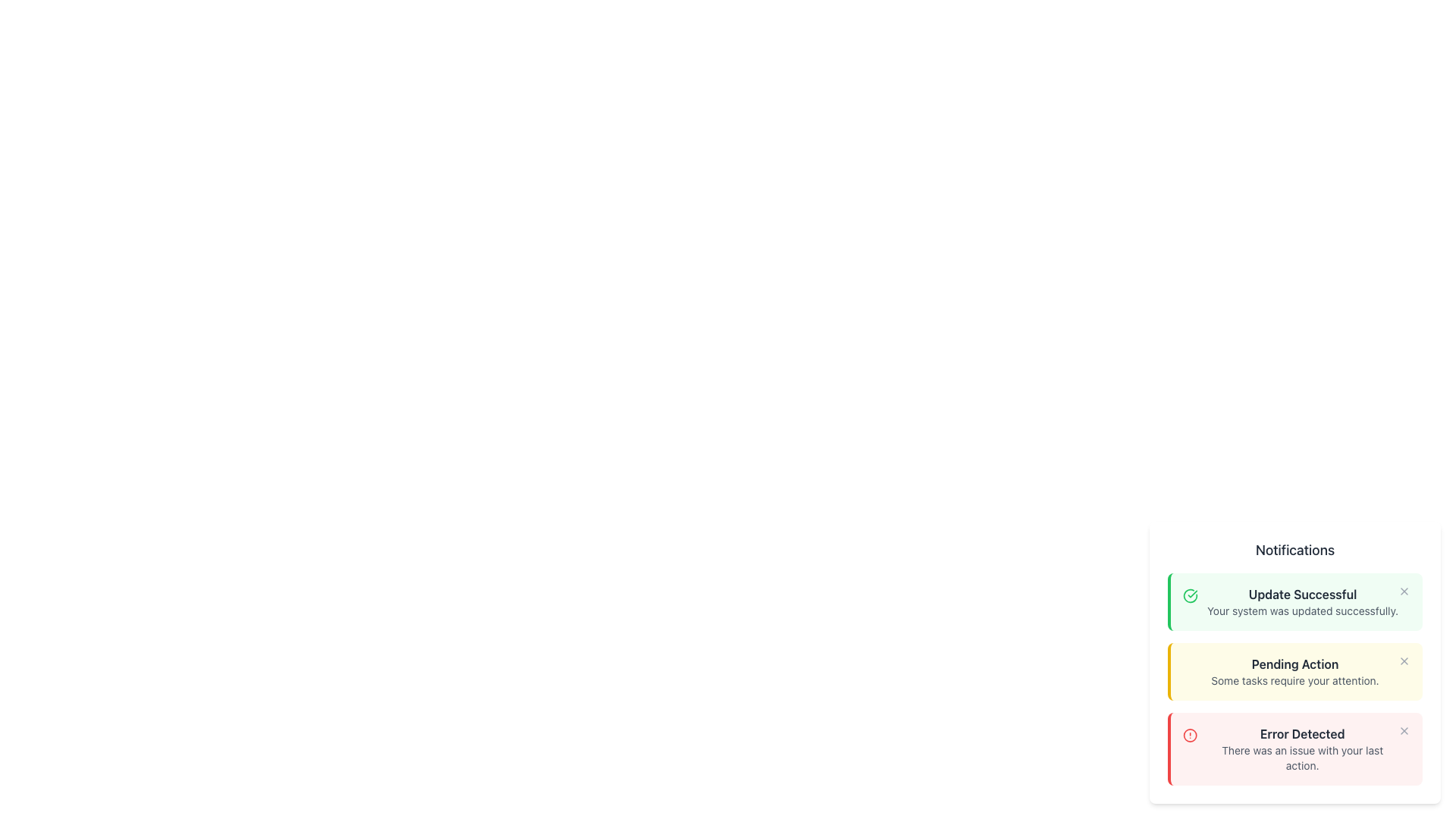 Image resolution: width=1456 pixels, height=819 pixels. Describe the element at coordinates (1294, 671) in the screenshot. I see `the middle Banner Notification element` at that location.